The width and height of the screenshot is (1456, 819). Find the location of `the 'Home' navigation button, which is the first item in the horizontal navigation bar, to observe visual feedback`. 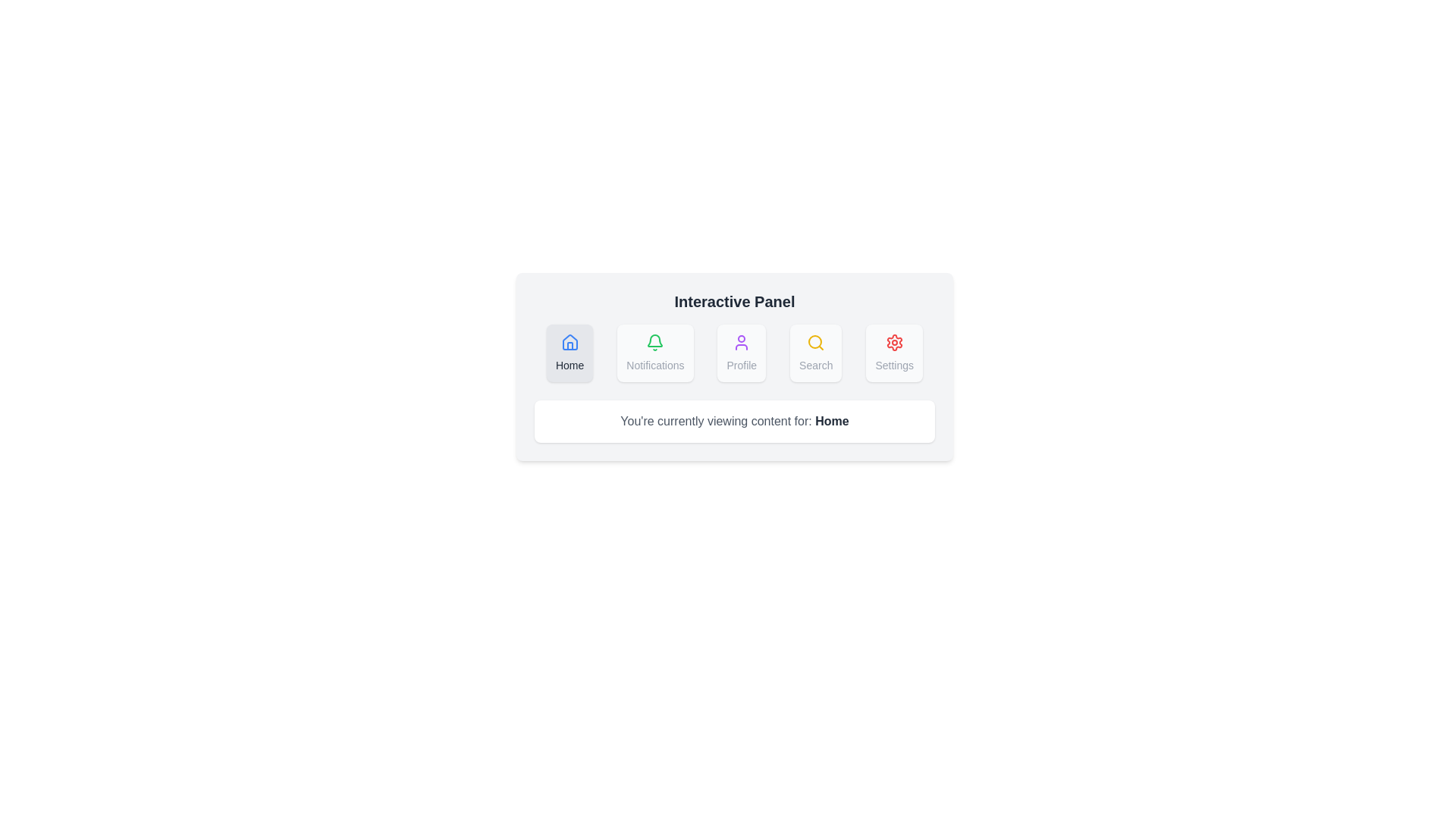

the 'Home' navigation button, which is the first item in the horizontal navigation bar, to observe visual feedback is located at coordinates (569, 353).